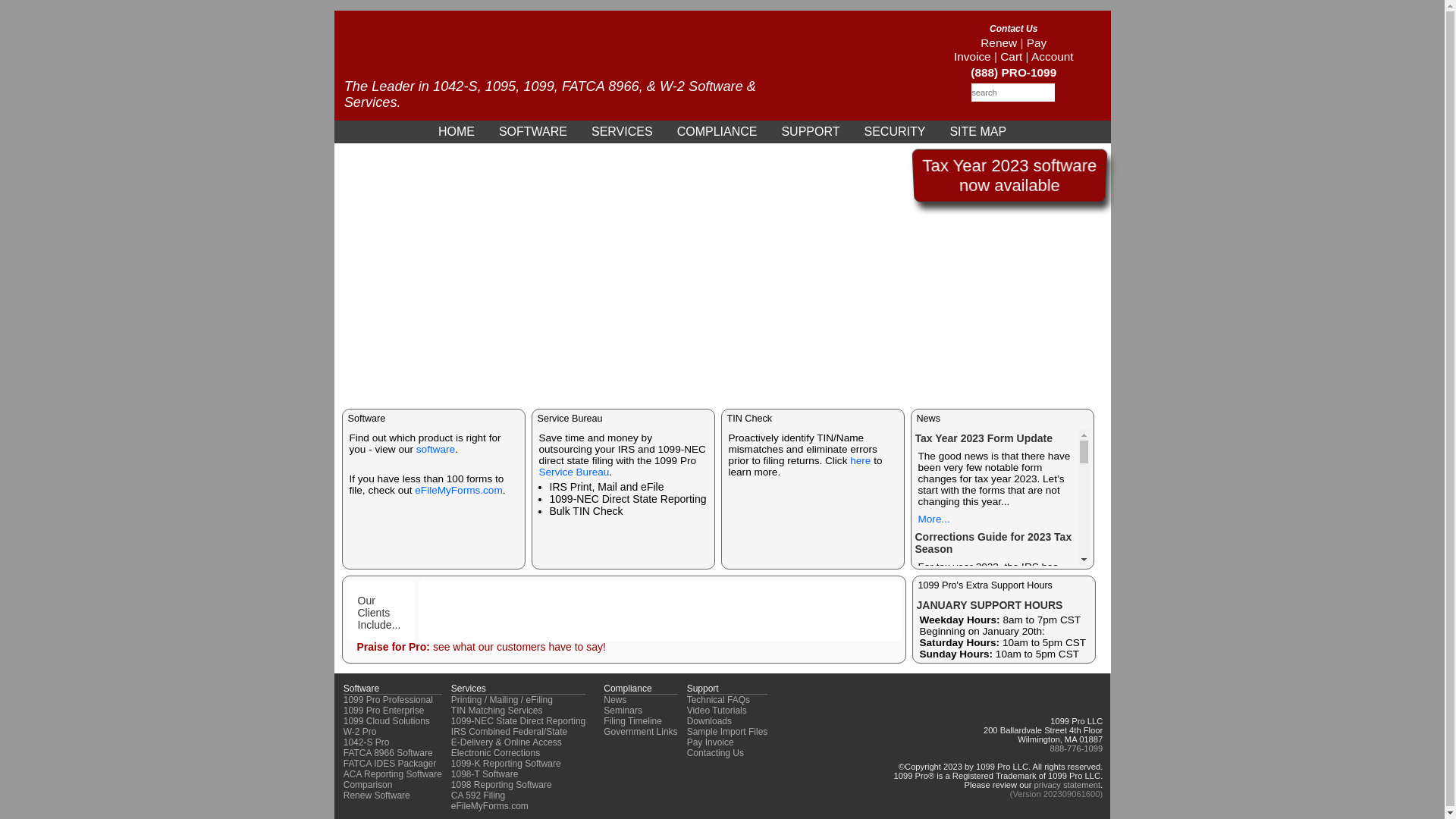 This screenshot has width=1456, height=819. Describe the element at coordinates (640, 730) in the screenshot. I see `'Government Links'` at that location.